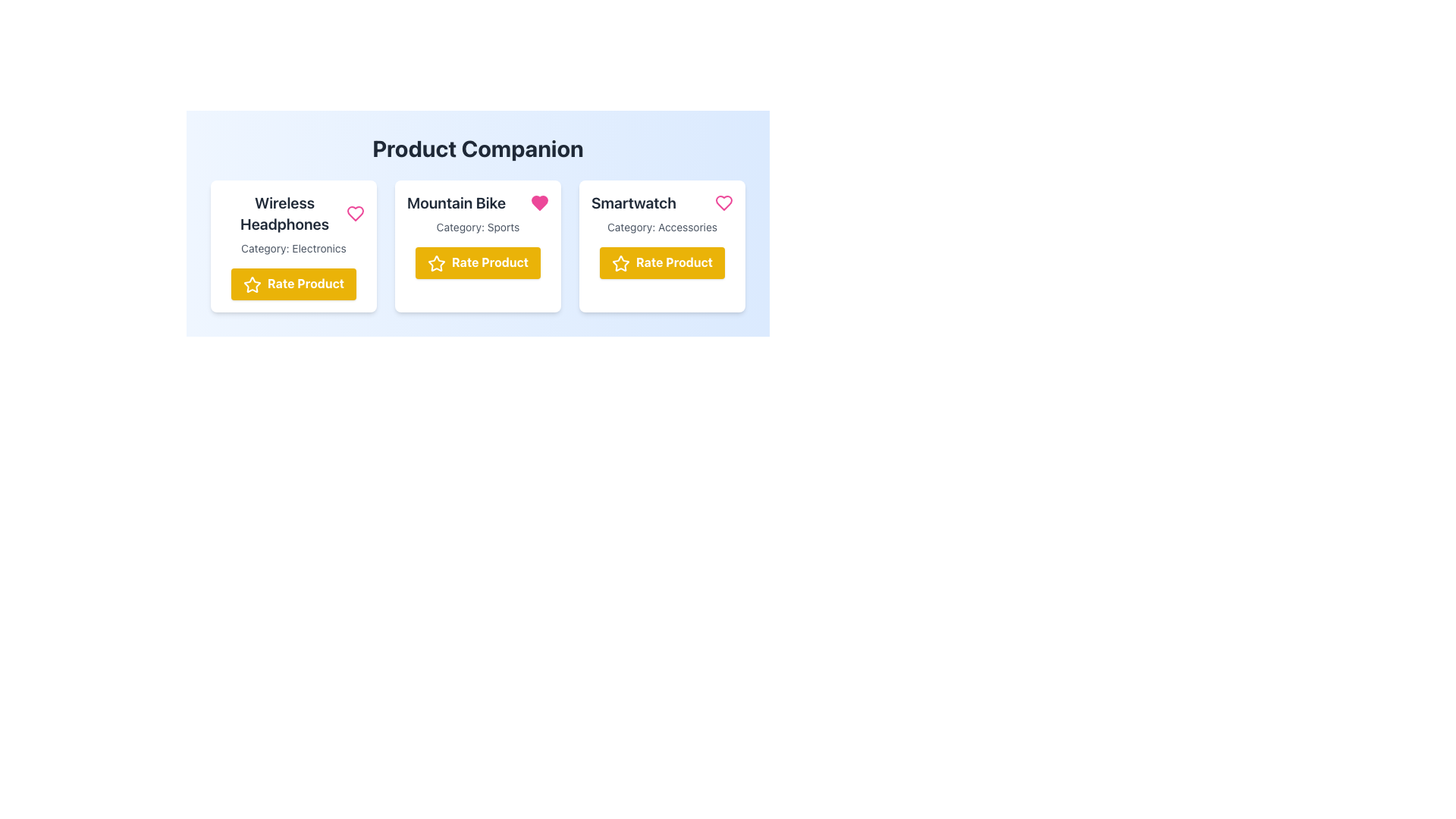  I want to click on the second button or interactive icon for the item related to 'Wireless Headphones', so click(355, 213).